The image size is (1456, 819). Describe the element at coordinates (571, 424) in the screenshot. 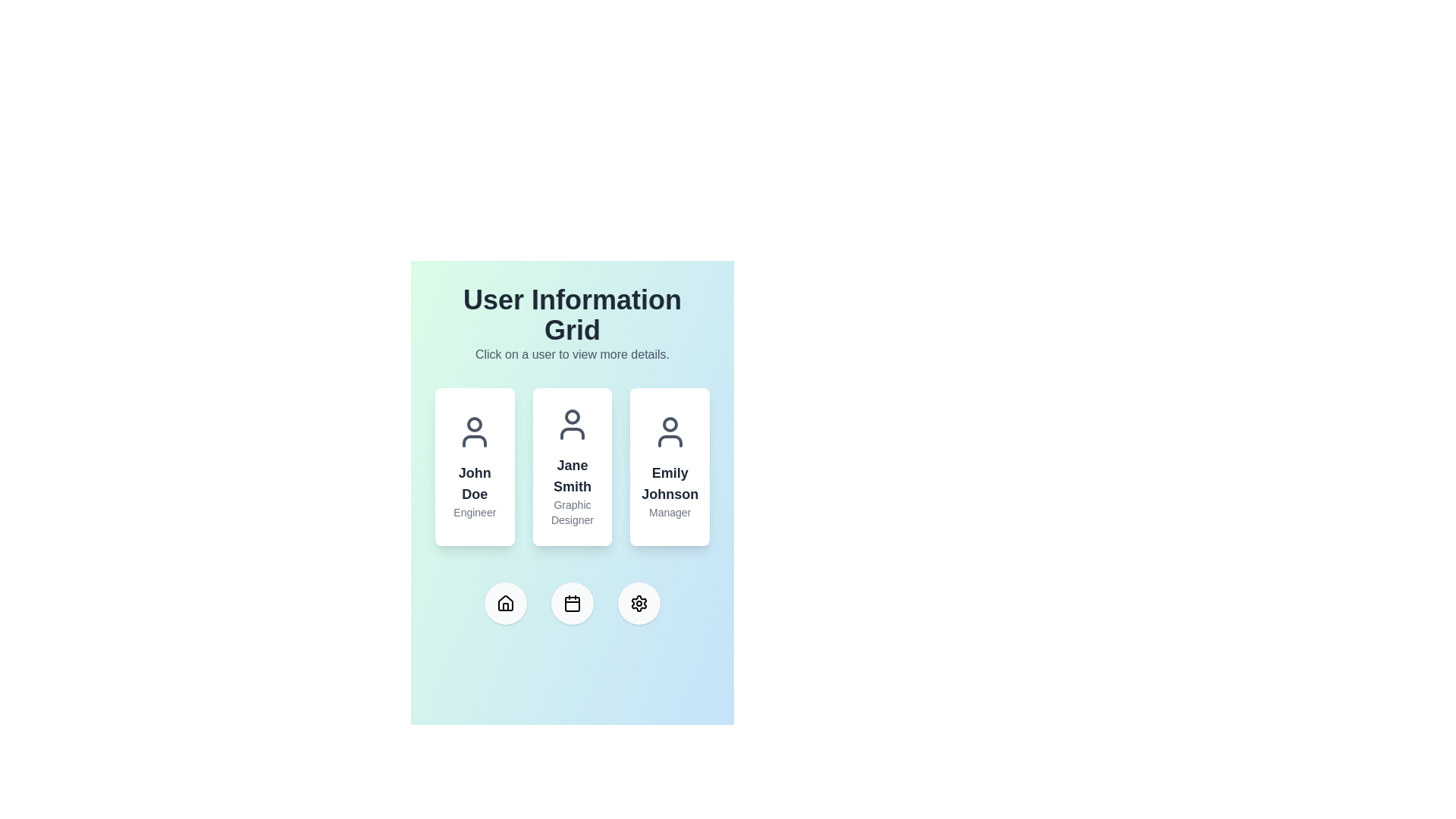

I see `the Profile Icon representing 'Jane Smith' located at the top center of her card, which is the middle card in a row of three` at that location.